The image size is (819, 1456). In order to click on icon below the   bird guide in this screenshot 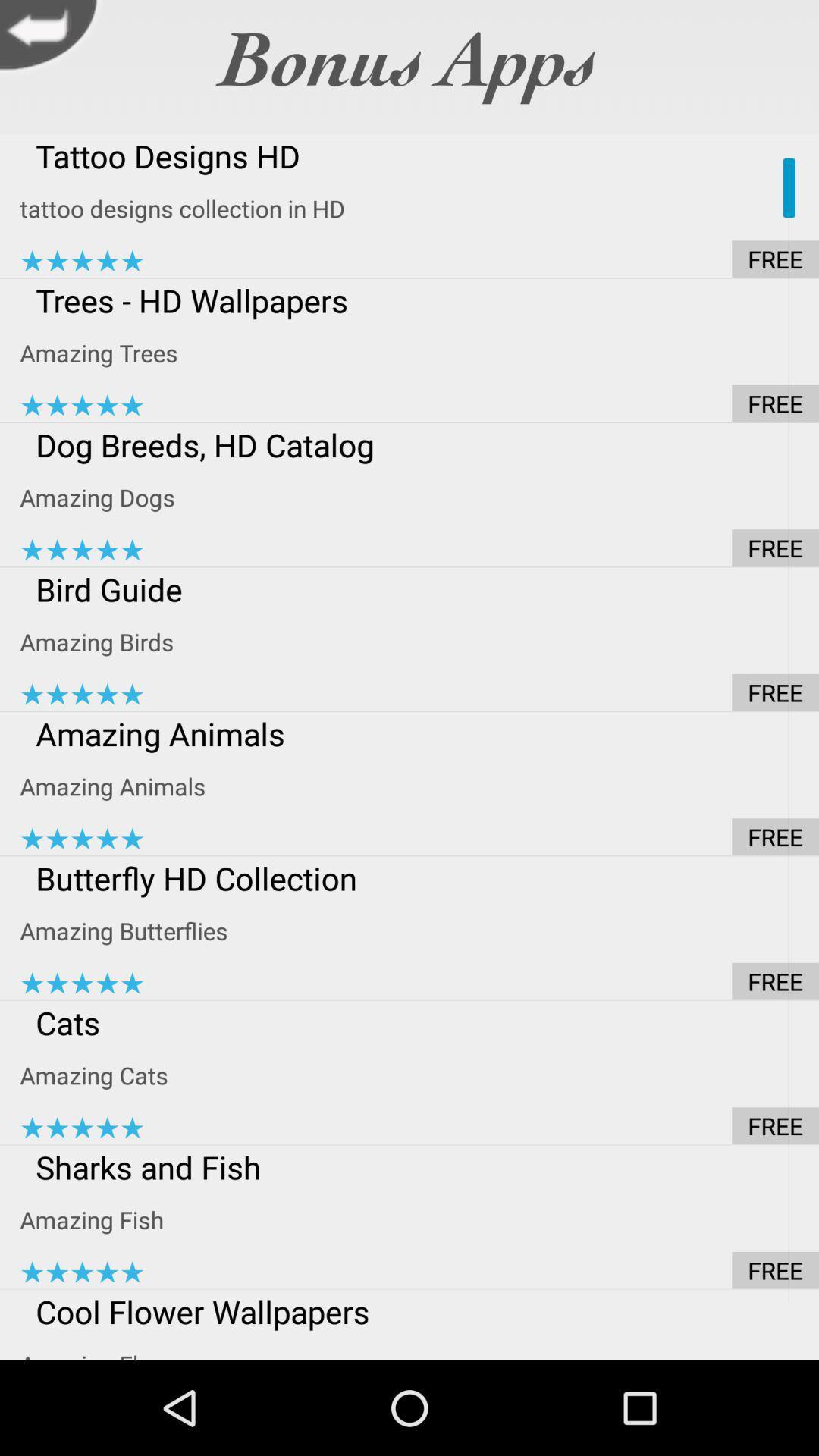, I will do `click(419, 642)`.